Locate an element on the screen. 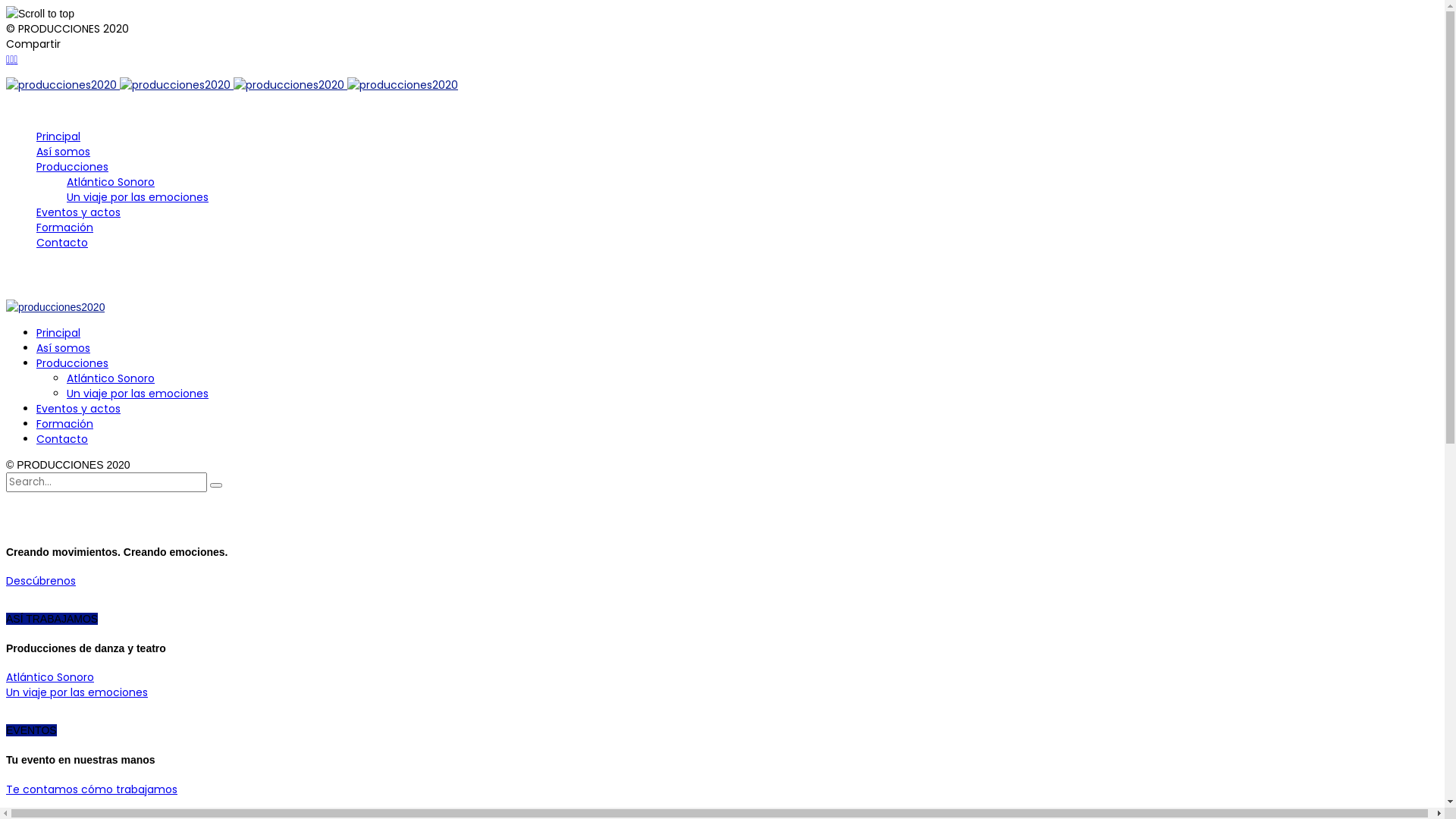  'Skip to content' is located at coordinates (5, 77).